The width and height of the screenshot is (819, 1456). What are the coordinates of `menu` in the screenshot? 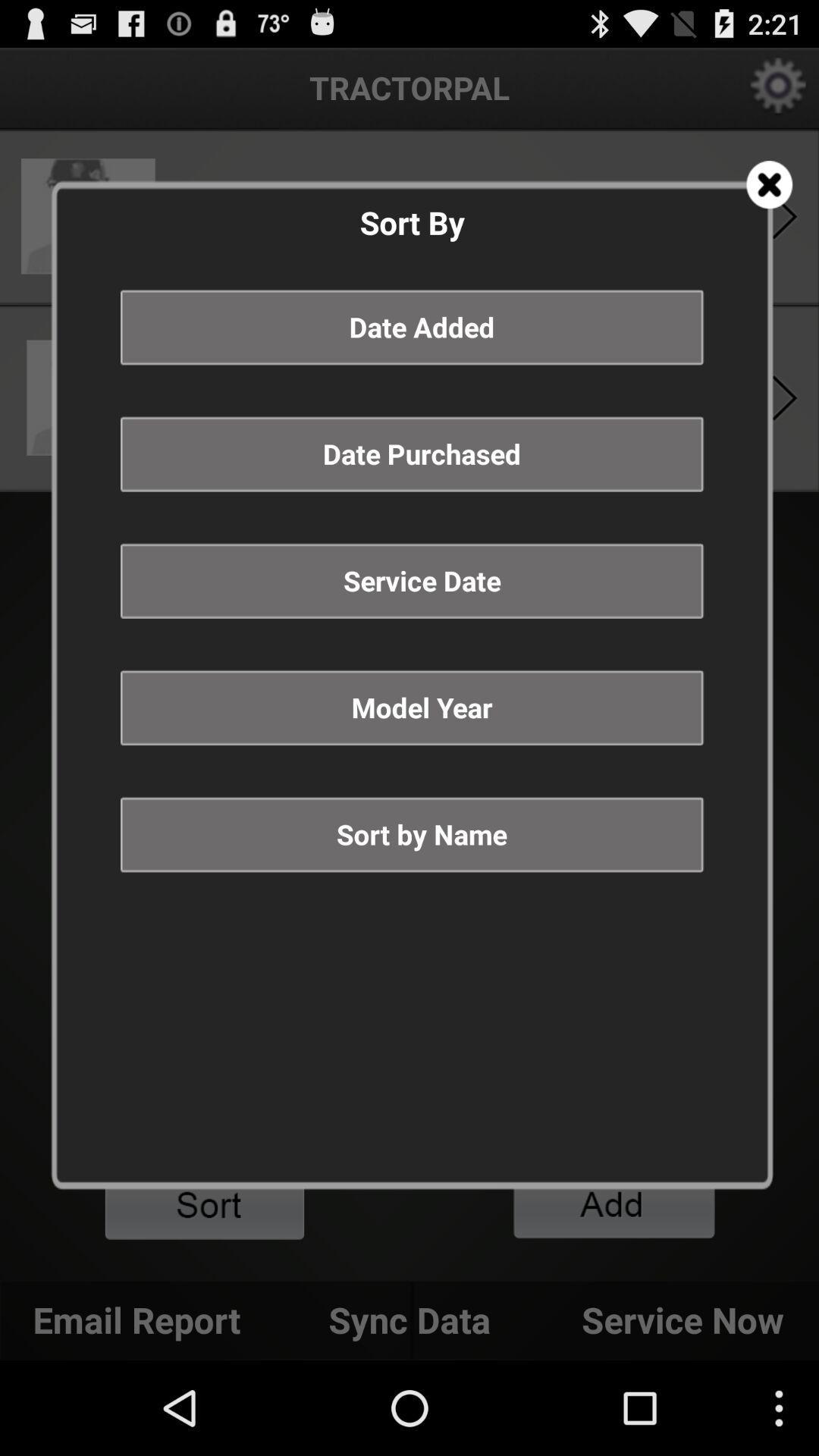 It's located at (769, 184).